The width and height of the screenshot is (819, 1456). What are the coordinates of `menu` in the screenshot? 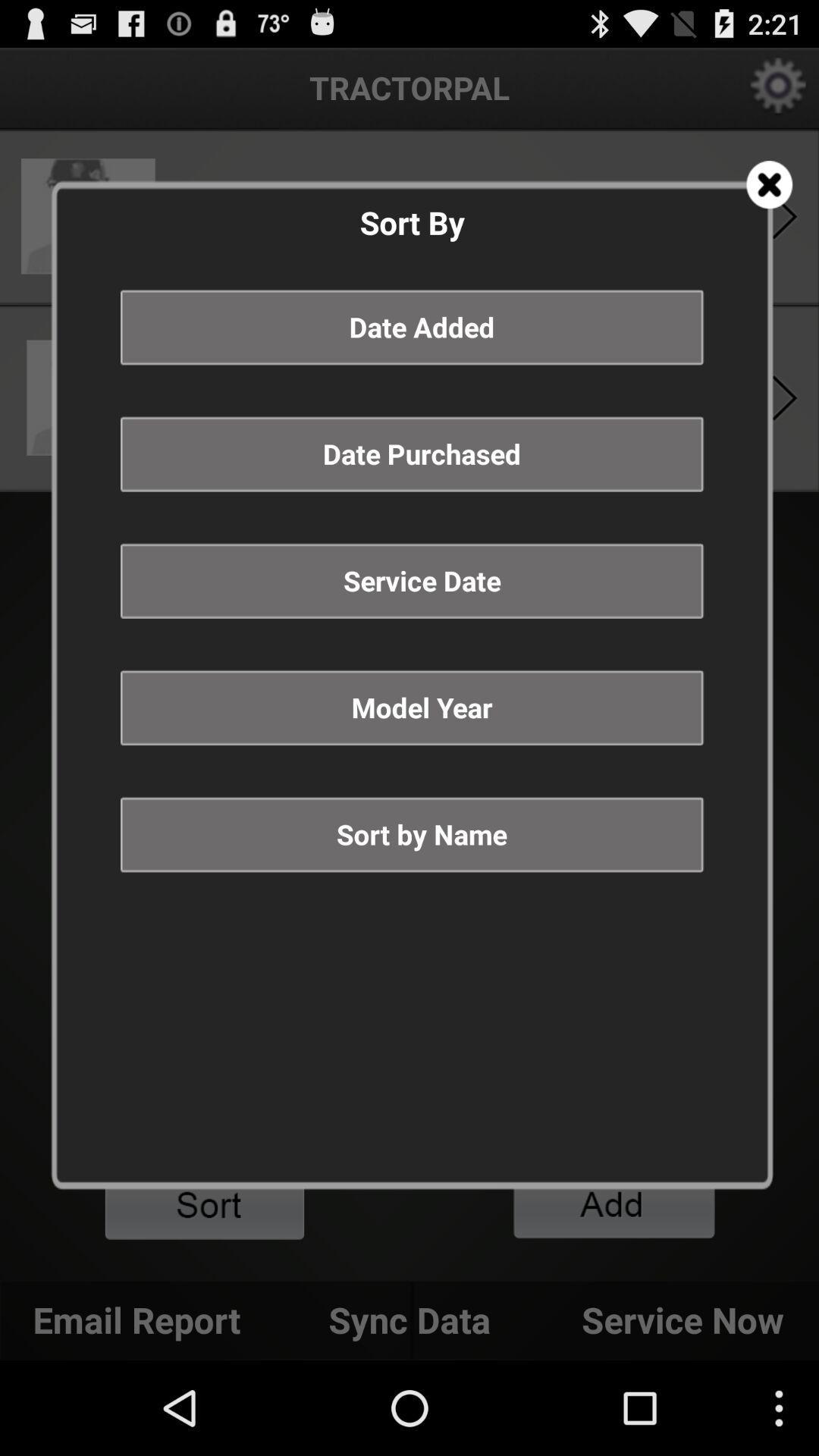 It's located at (769, 184).